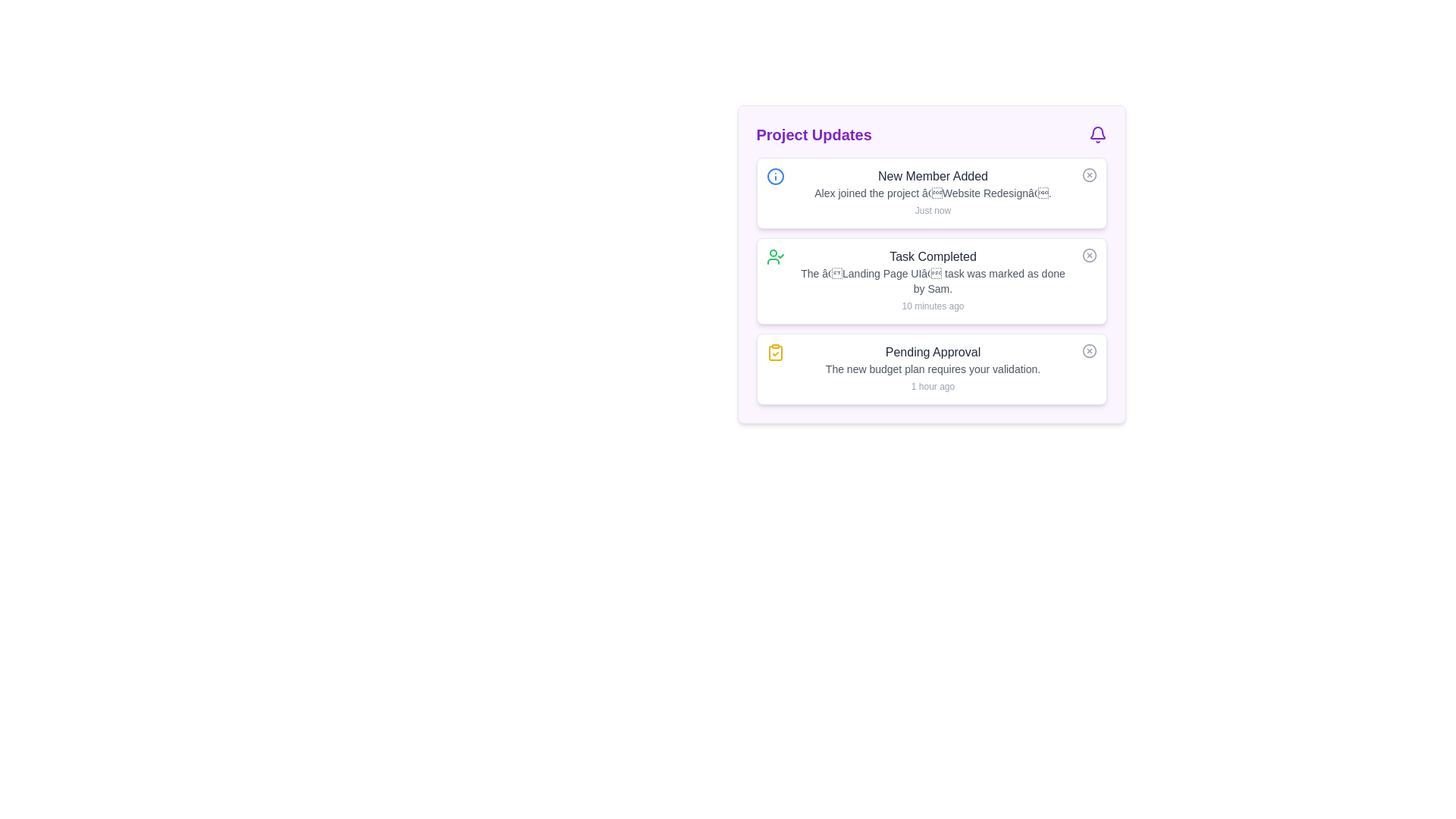  I want to click on the title label that summarizes the notification about a new member being added to a project, located at the top of the notification card in the 'Project Updates' section, so click(932, 175).